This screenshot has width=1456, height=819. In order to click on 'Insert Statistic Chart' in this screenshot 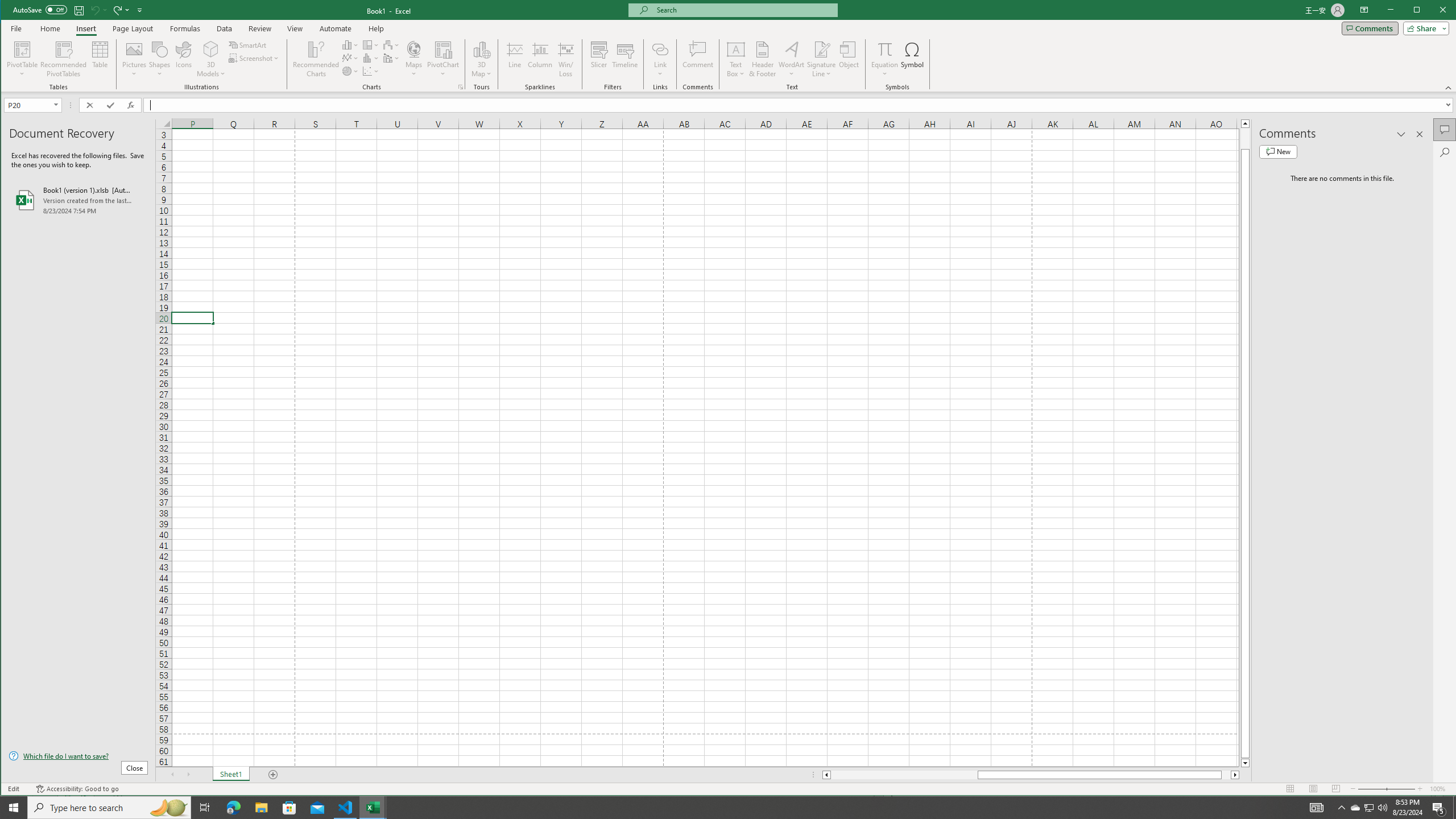, I will do `click(371, 58)`.